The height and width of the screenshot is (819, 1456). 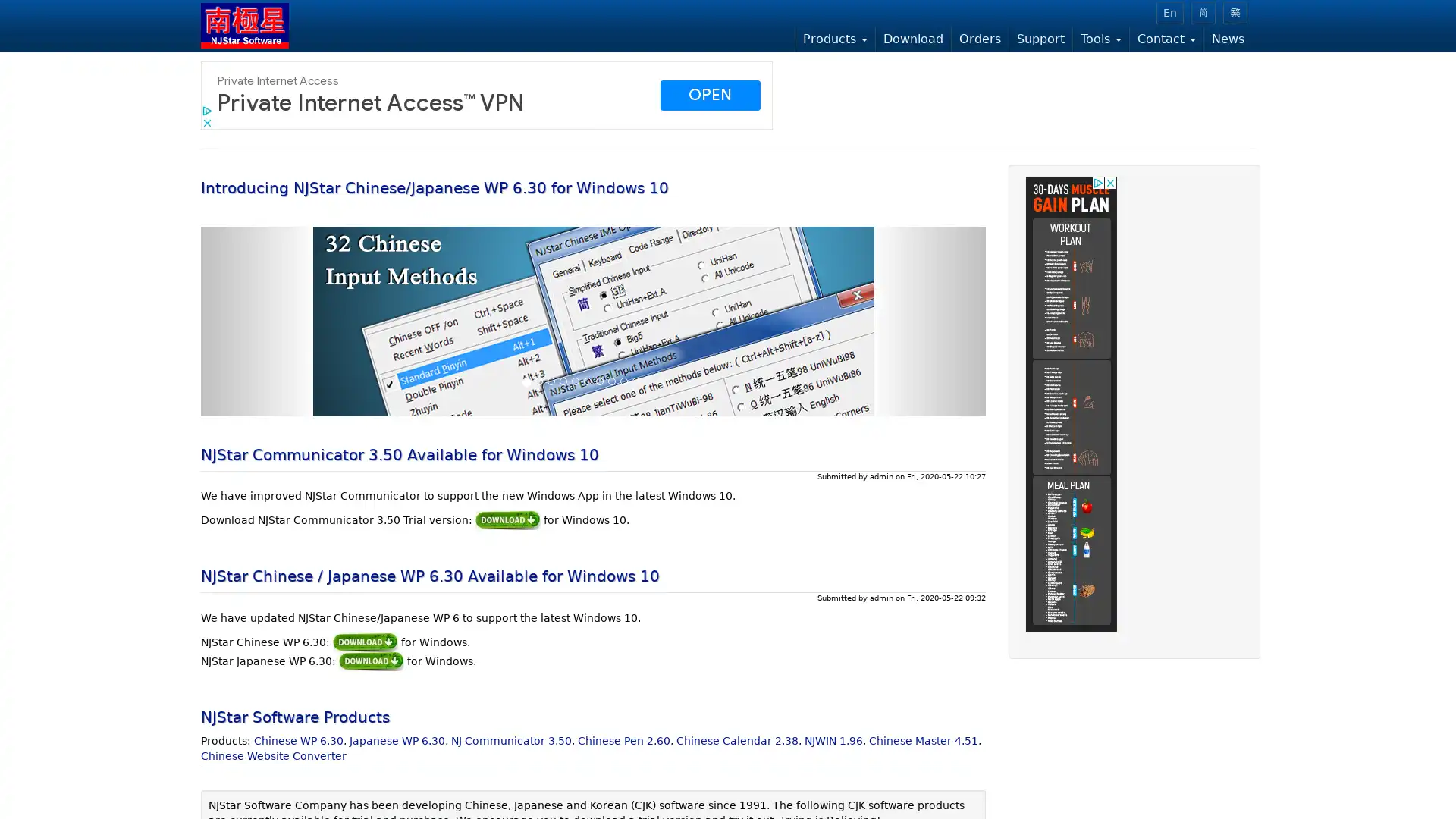 I want to click on Next, so click(x=926, y=321).